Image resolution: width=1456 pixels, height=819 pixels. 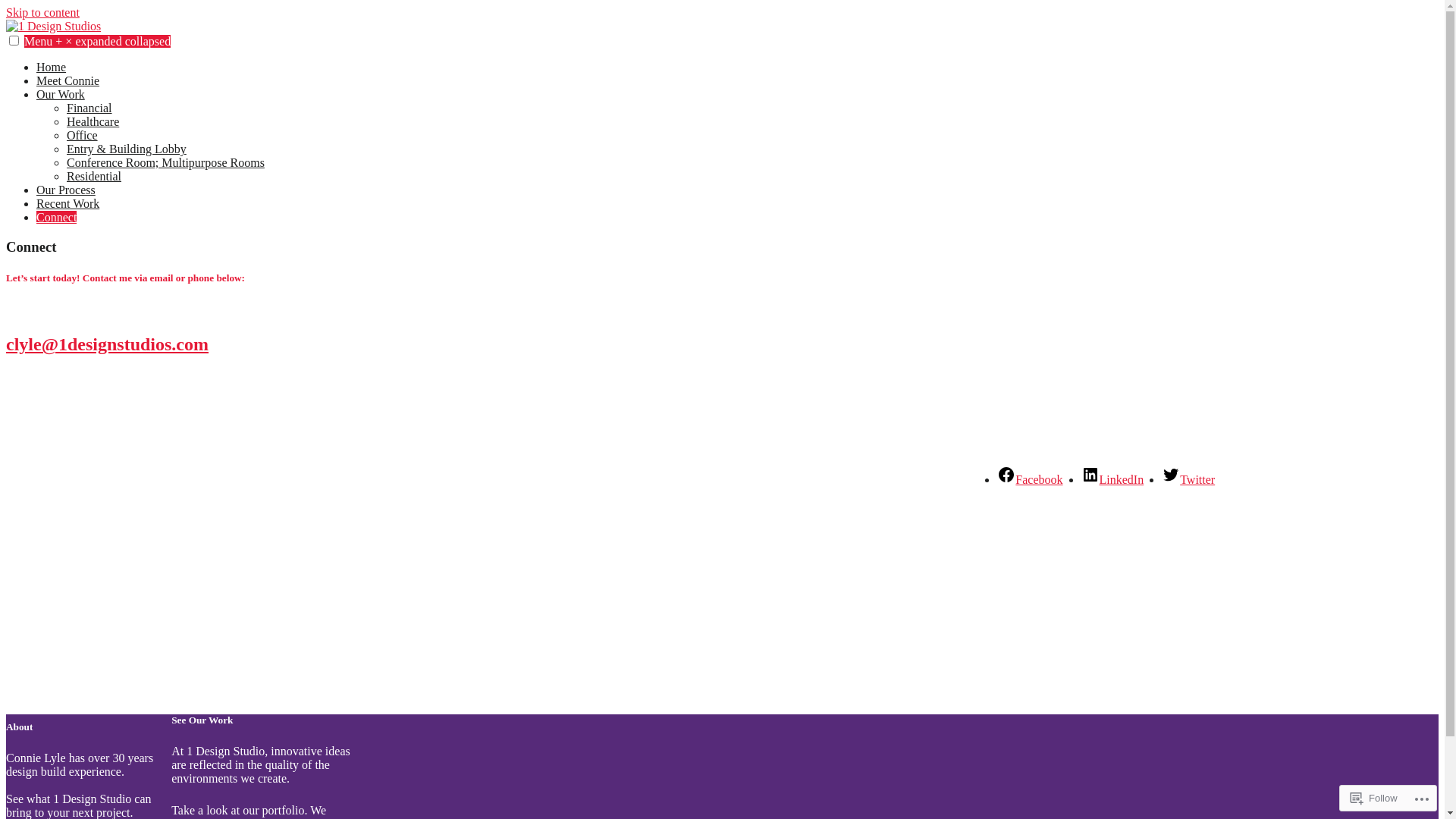 What do you see at coordinates (61, 94) in the screenshot?
I see `'Our Work'` at bounding box center [61, 94].